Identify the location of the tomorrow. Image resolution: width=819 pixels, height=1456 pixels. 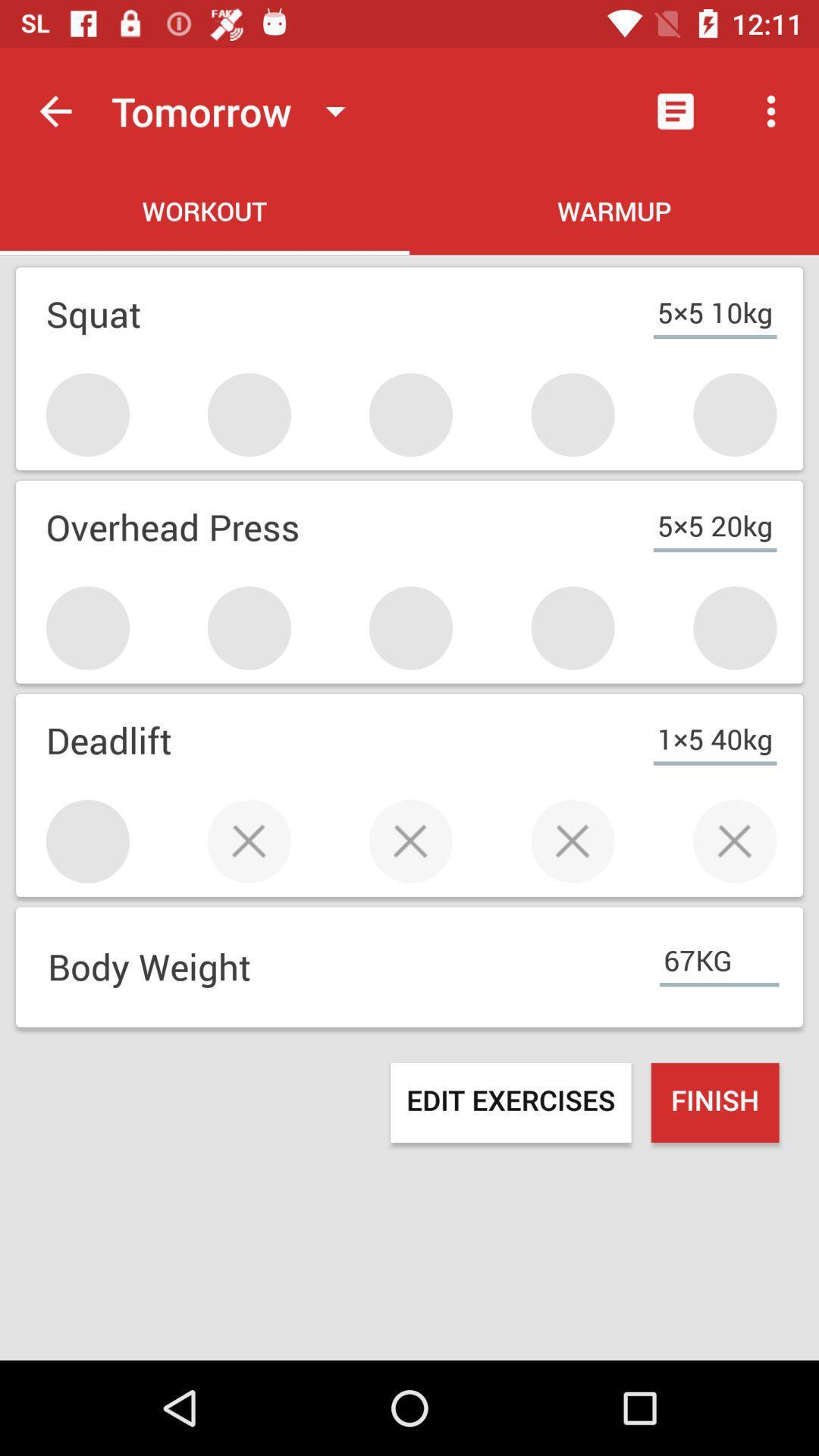
(235, 110).